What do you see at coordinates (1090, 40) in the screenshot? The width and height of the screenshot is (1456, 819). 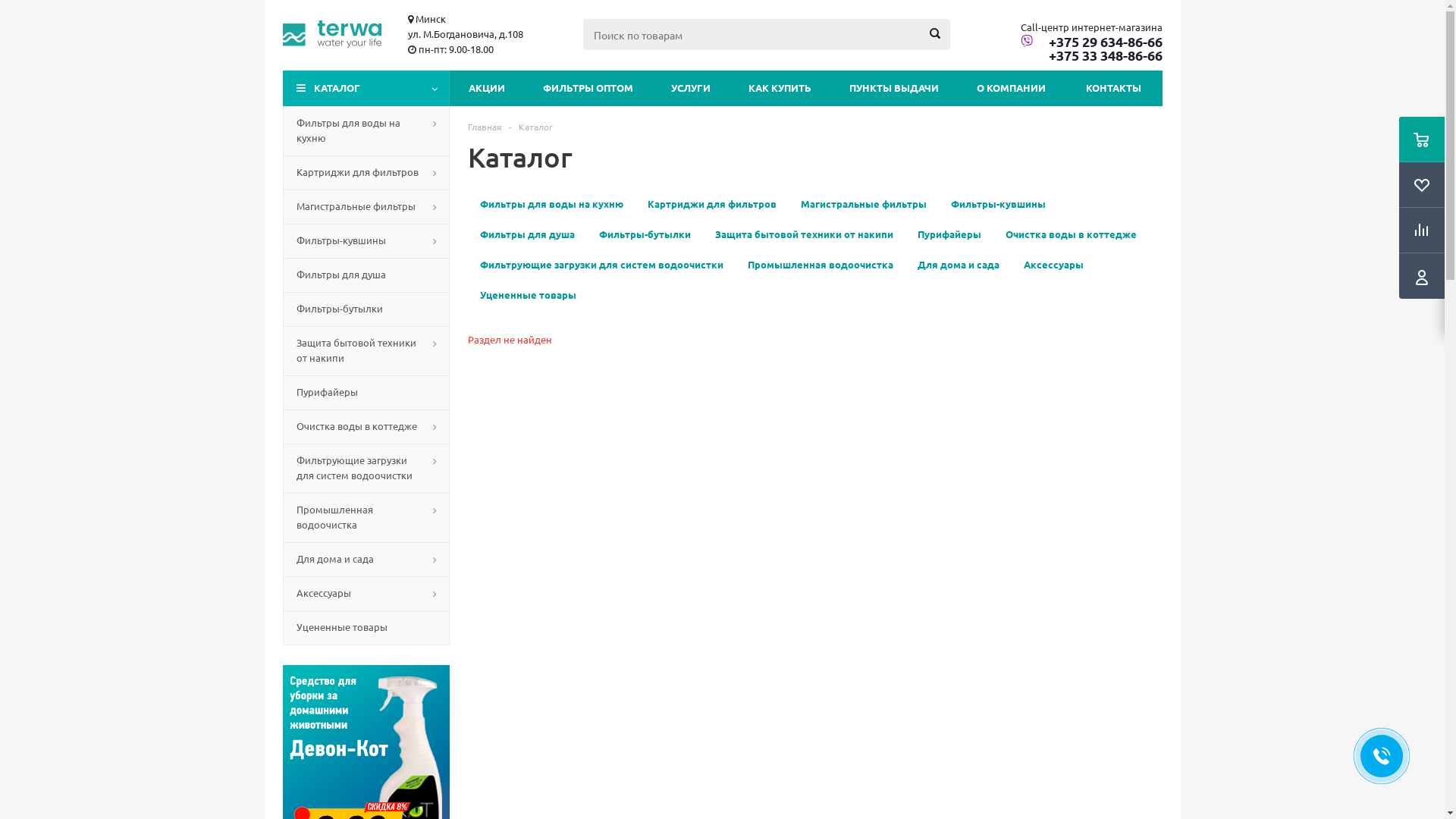 I see `'+375 29 634-86-66'` at bounding box center [1090, 40].